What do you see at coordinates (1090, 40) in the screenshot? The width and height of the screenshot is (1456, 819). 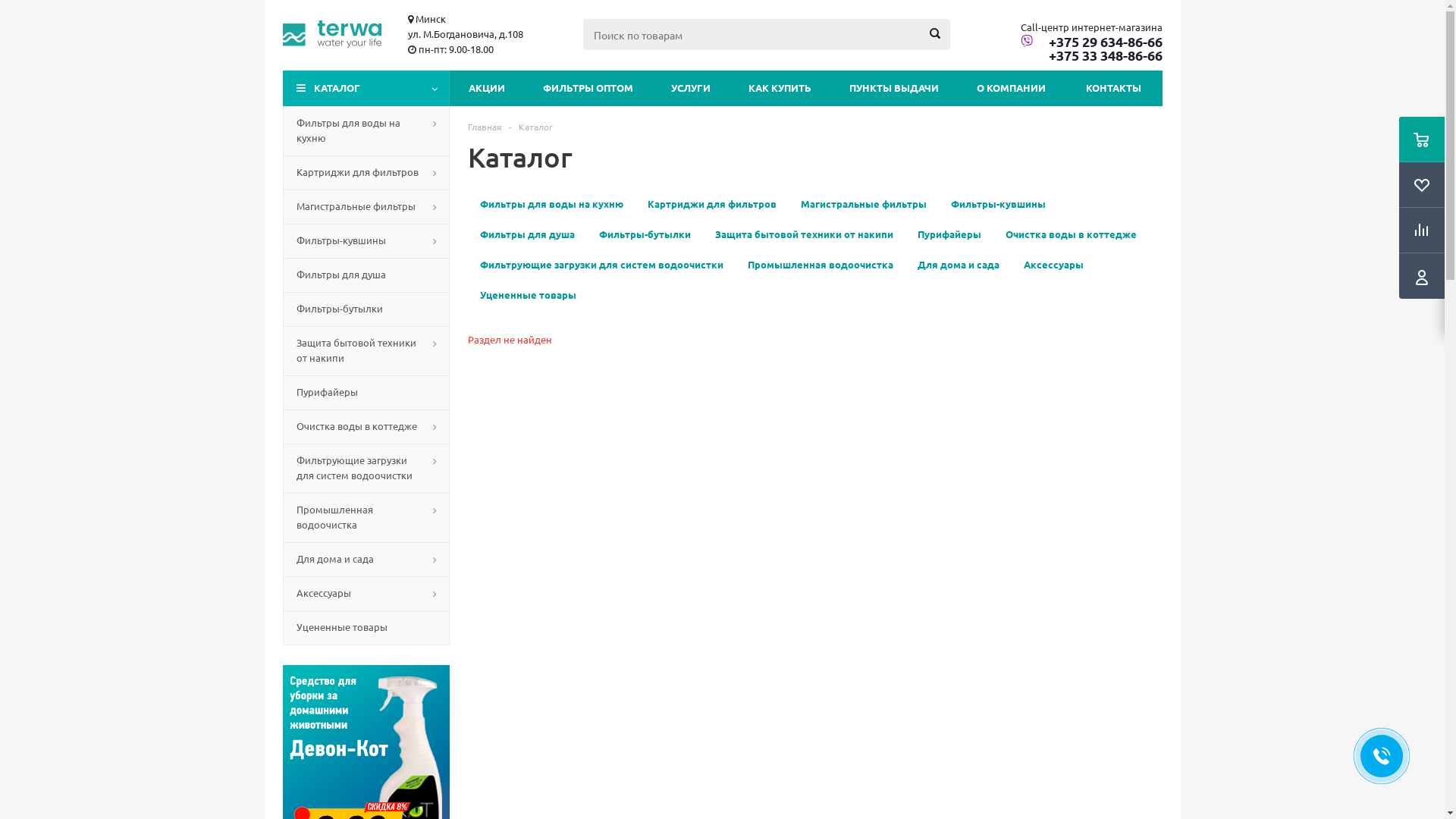 I see `'+375 29 634-86-66'` at bounding box center [1090, 40].